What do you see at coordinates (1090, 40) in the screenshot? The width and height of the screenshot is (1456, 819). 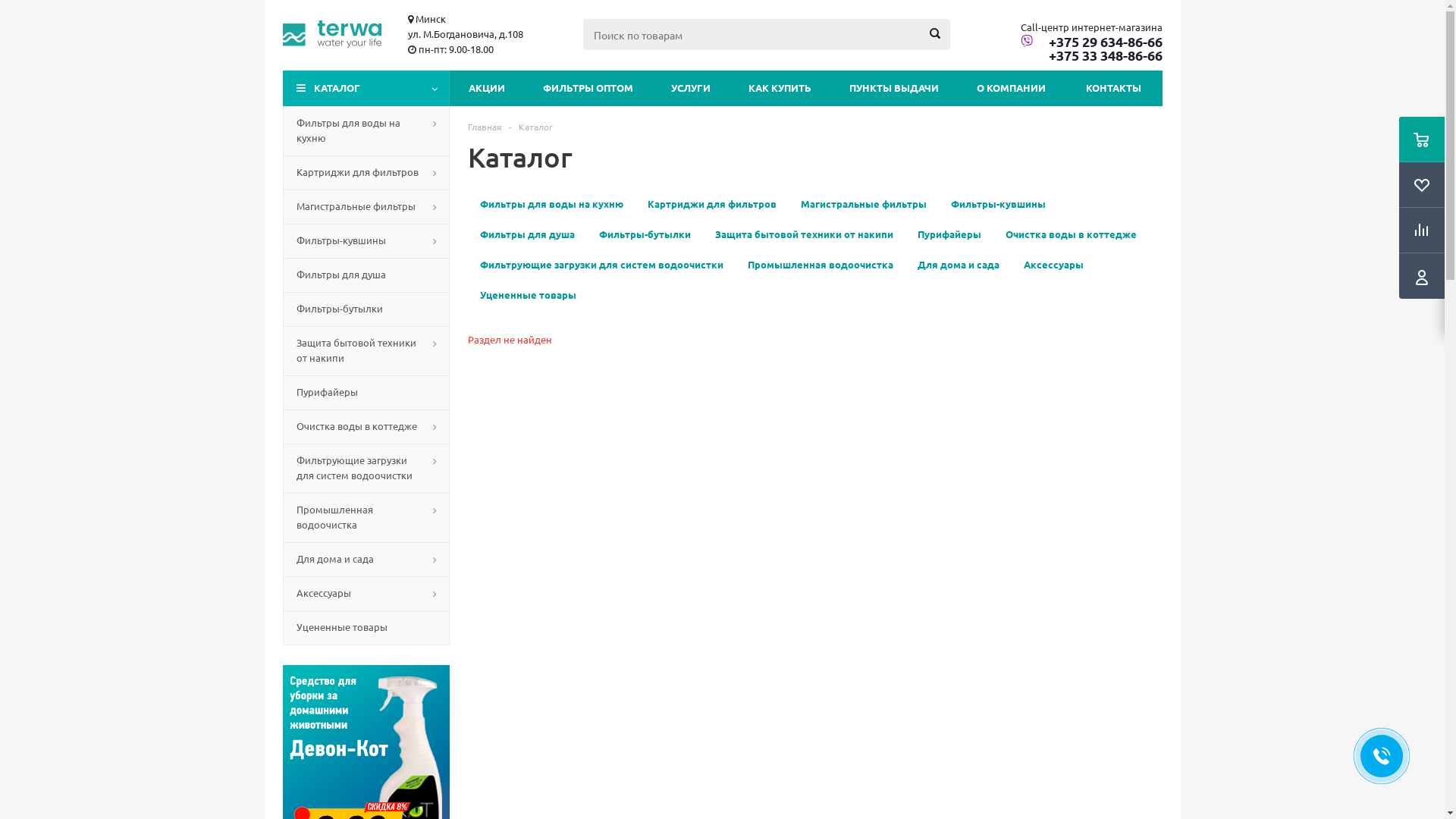 I see `'+375 29 634-86-66'` at bounding box center [1090, 40].